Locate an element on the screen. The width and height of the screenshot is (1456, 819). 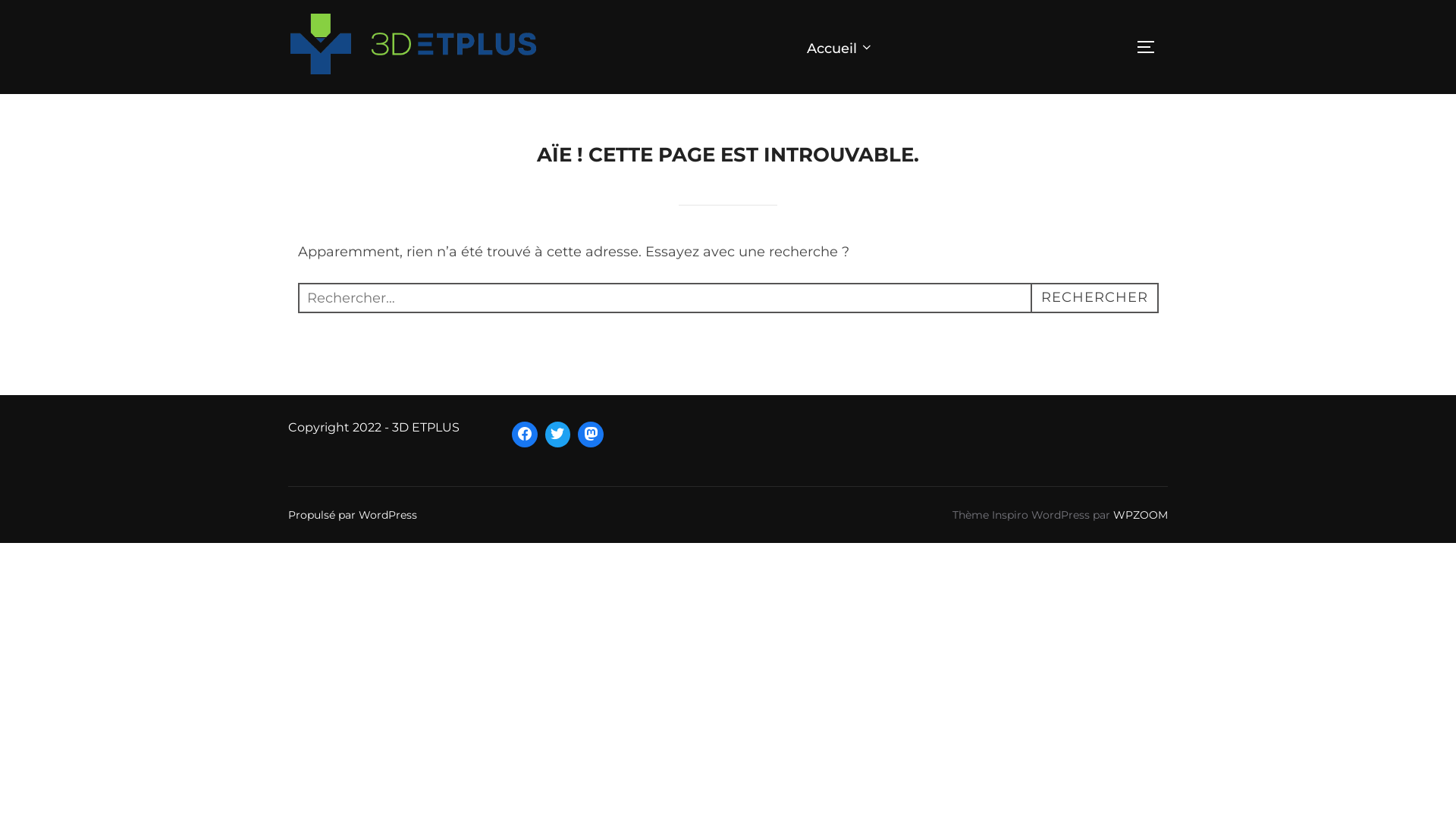
'RECHERCHER' is located at coordinates (1094, 298).